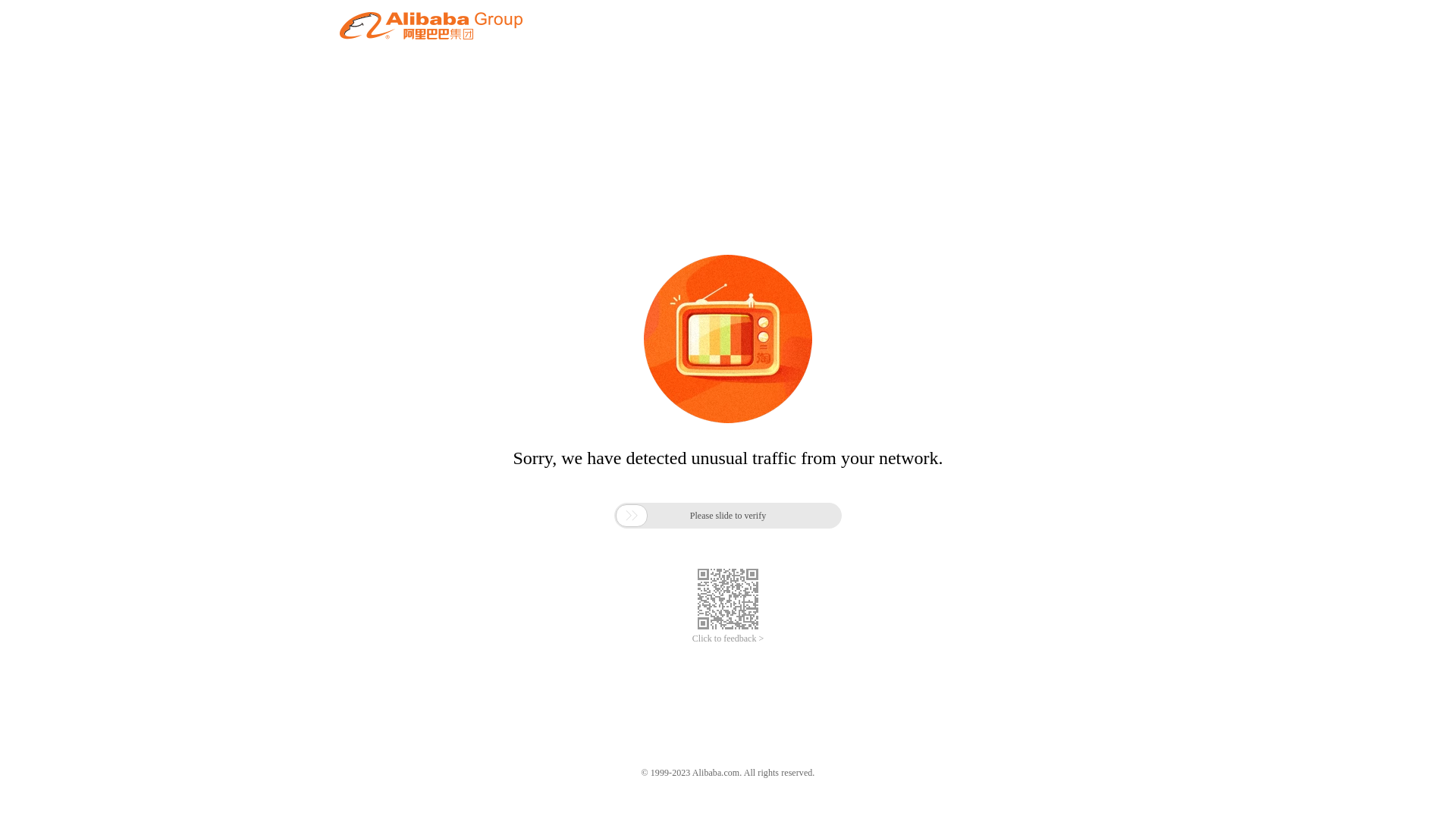 Image resolution: width=1456 pixels, height=819 pixels. Describe the element at coordinates (728, 639) in the screenshot. I see `'Click to feedback >'` at that location.